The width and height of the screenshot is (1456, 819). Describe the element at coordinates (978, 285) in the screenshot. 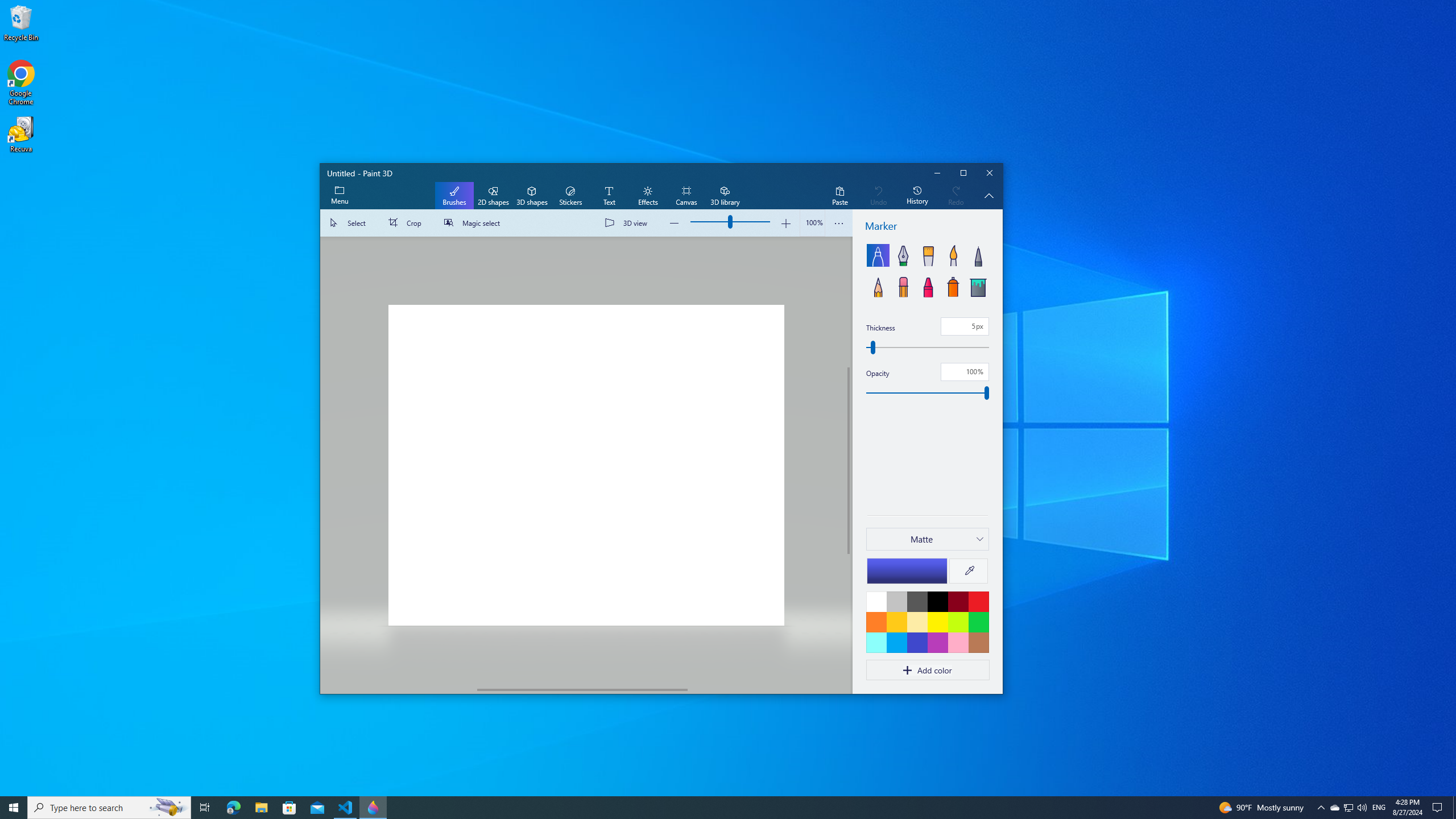

I see `'Fill'` at that location.